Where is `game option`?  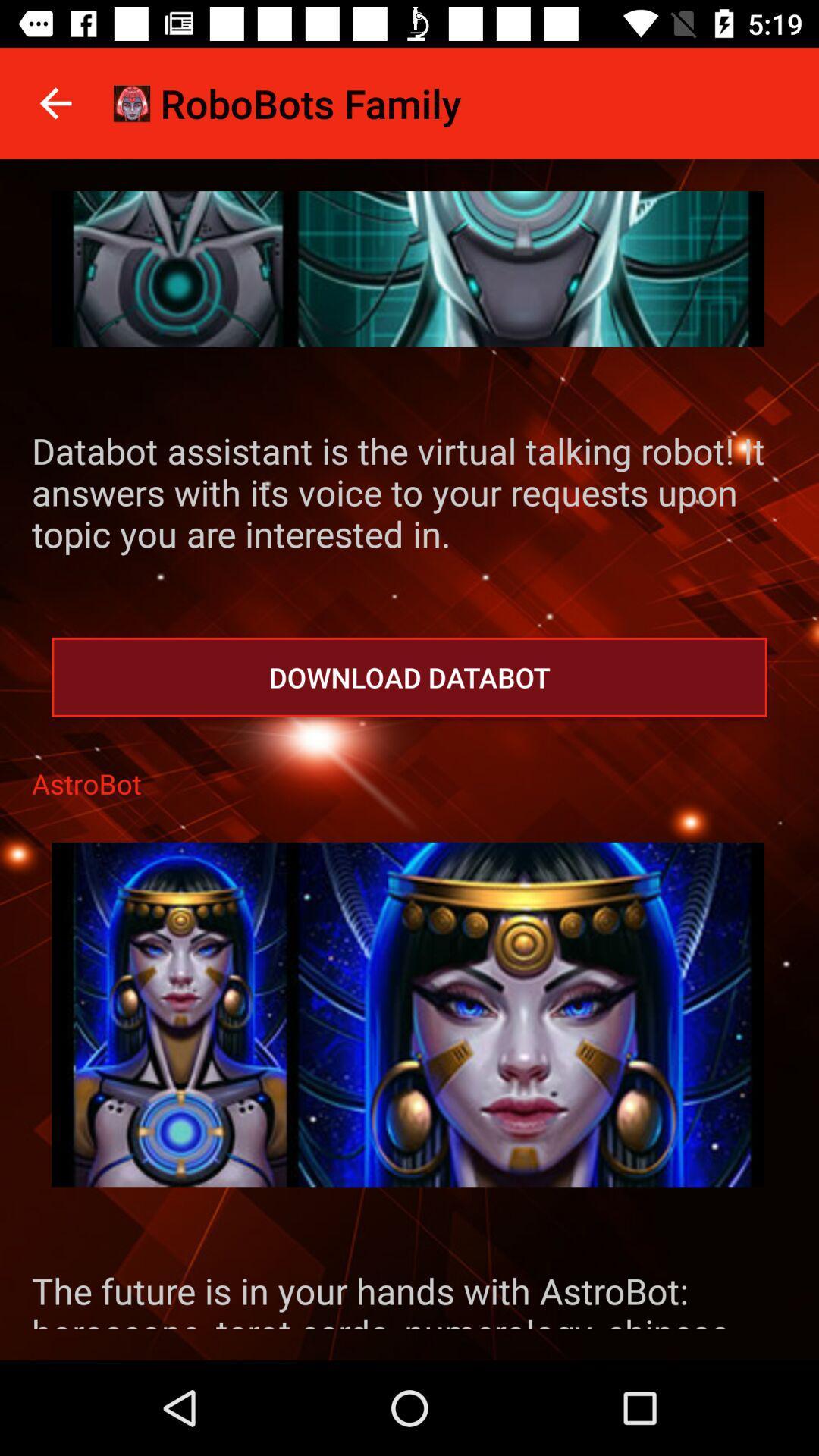
game option is located at coordinates (407, 1015).